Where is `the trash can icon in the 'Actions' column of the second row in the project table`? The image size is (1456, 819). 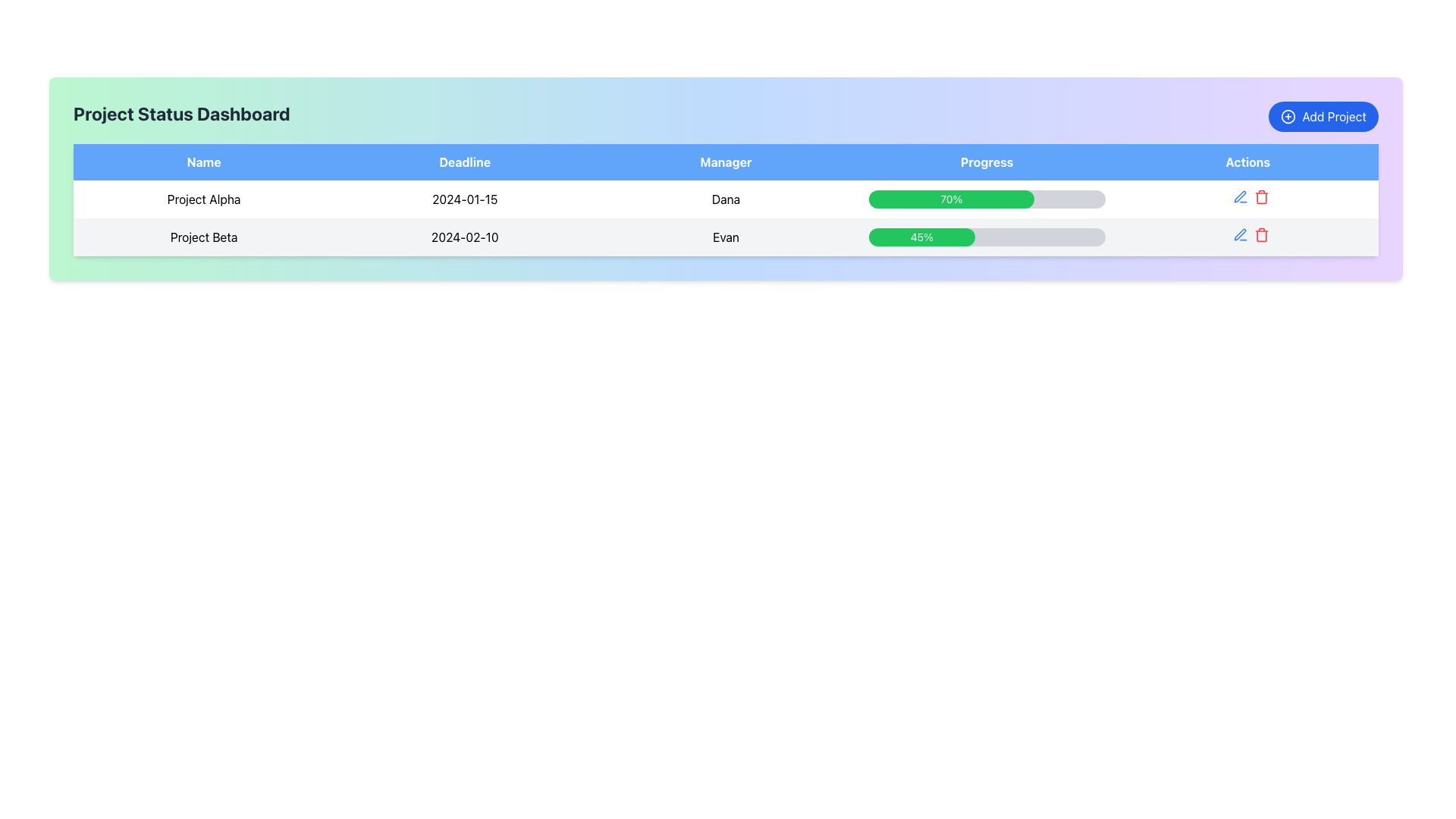 the trash can icon in the 'Actions' column of the second row in the project table is located at coordinates (1261, 236).